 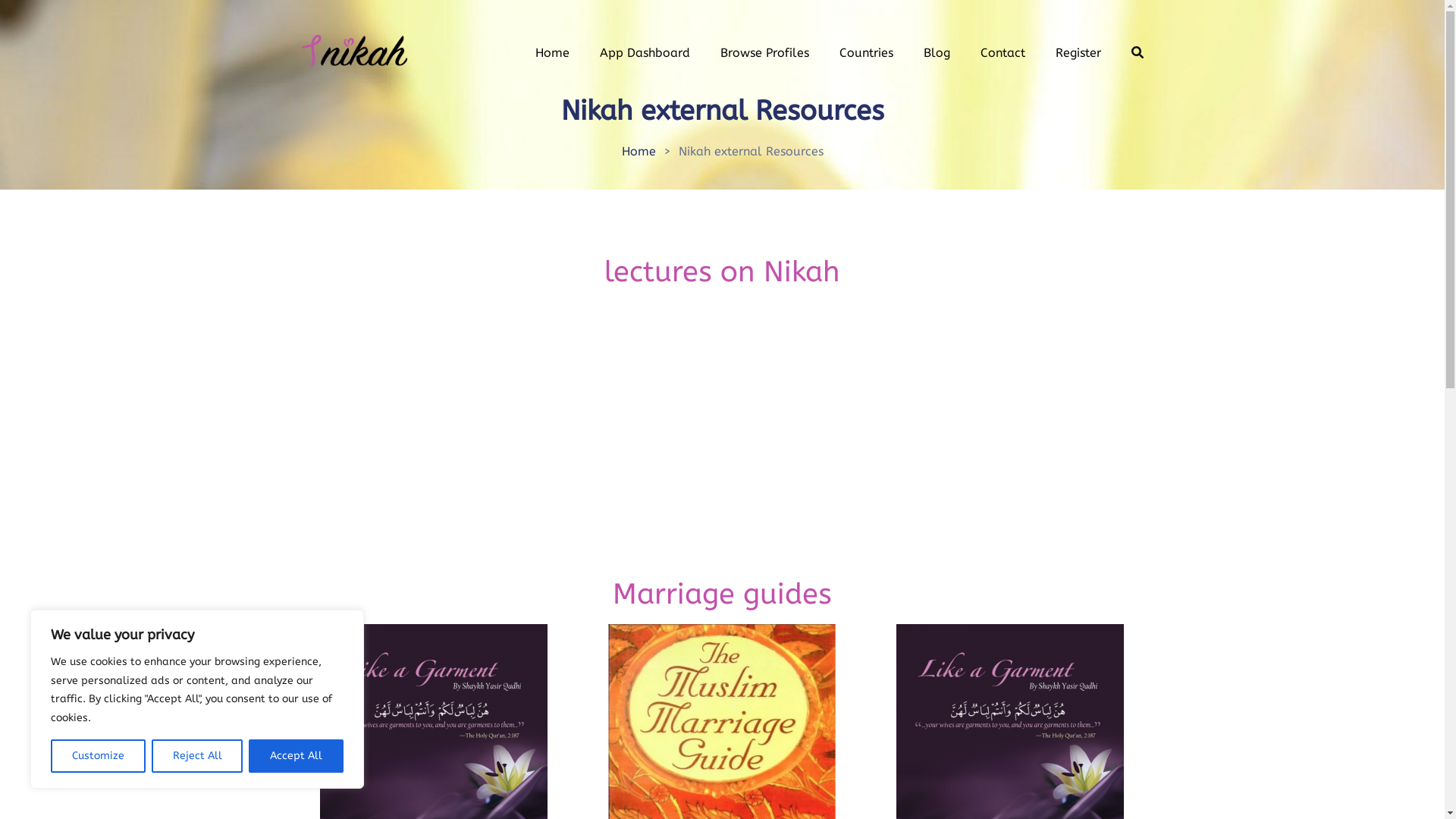 I want to click on 'Reject All', so click(x=152, y=755).